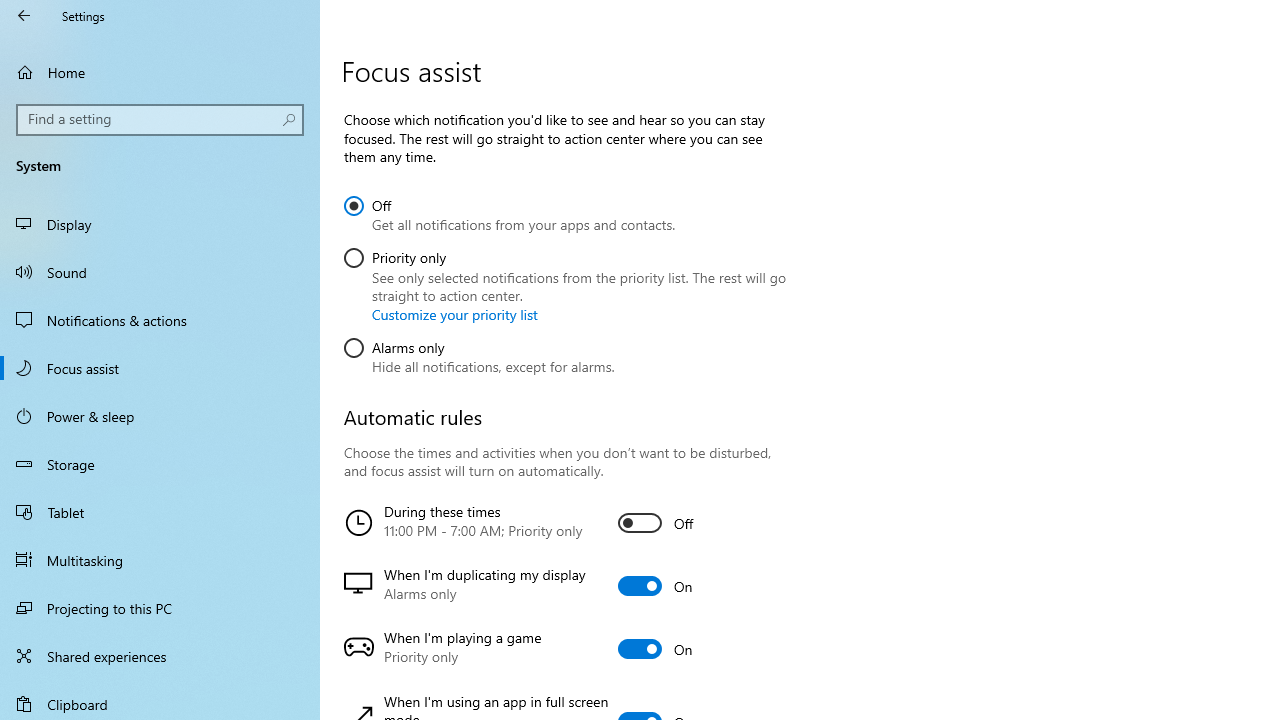 Image resolution: width=1280 pixels, height=720 pixels. I want to click on 'Customize your priority list', so click(454, 314).